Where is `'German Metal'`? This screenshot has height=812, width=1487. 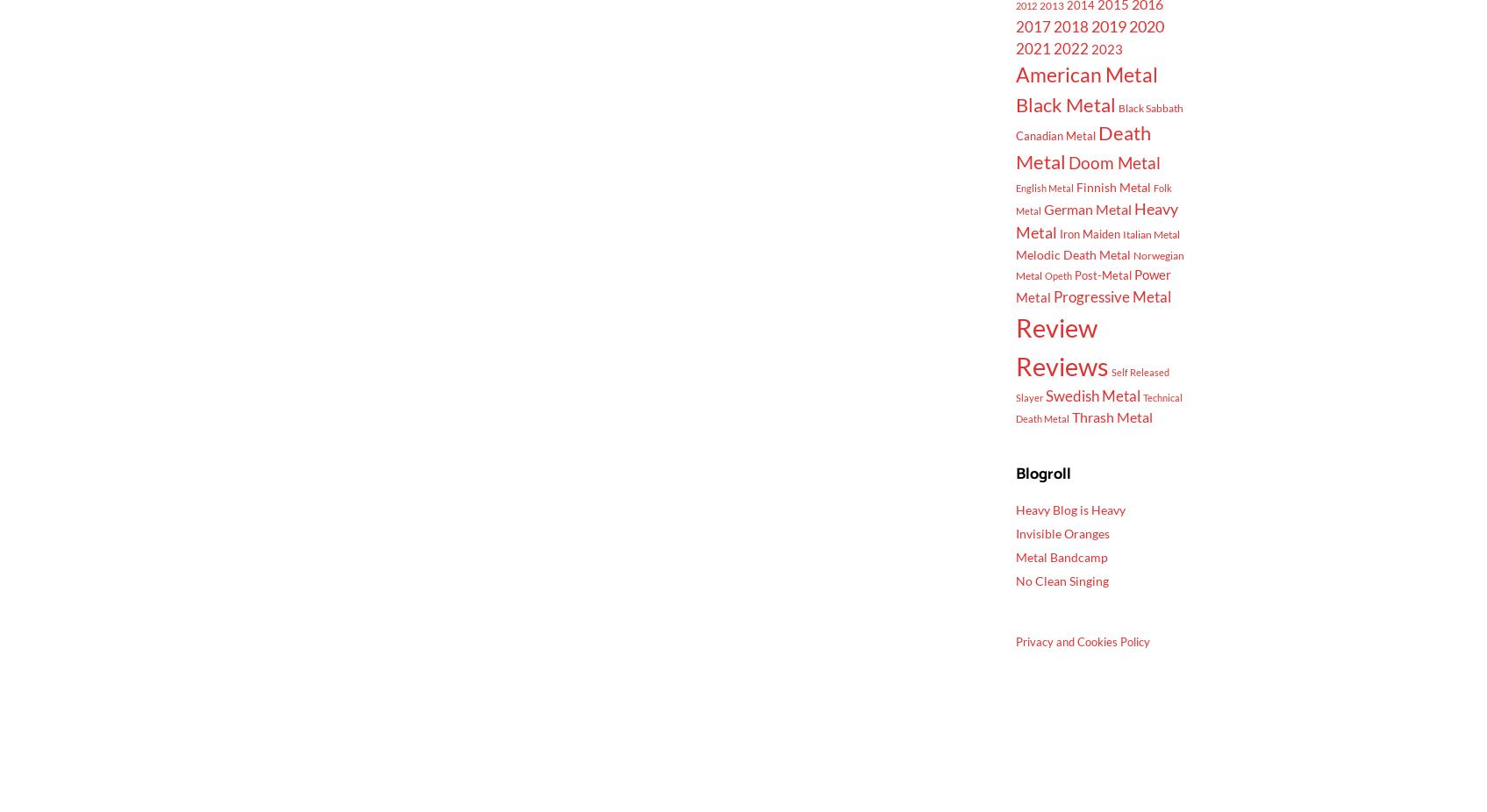 'German Metal' is located at coordinates (1087, 210).